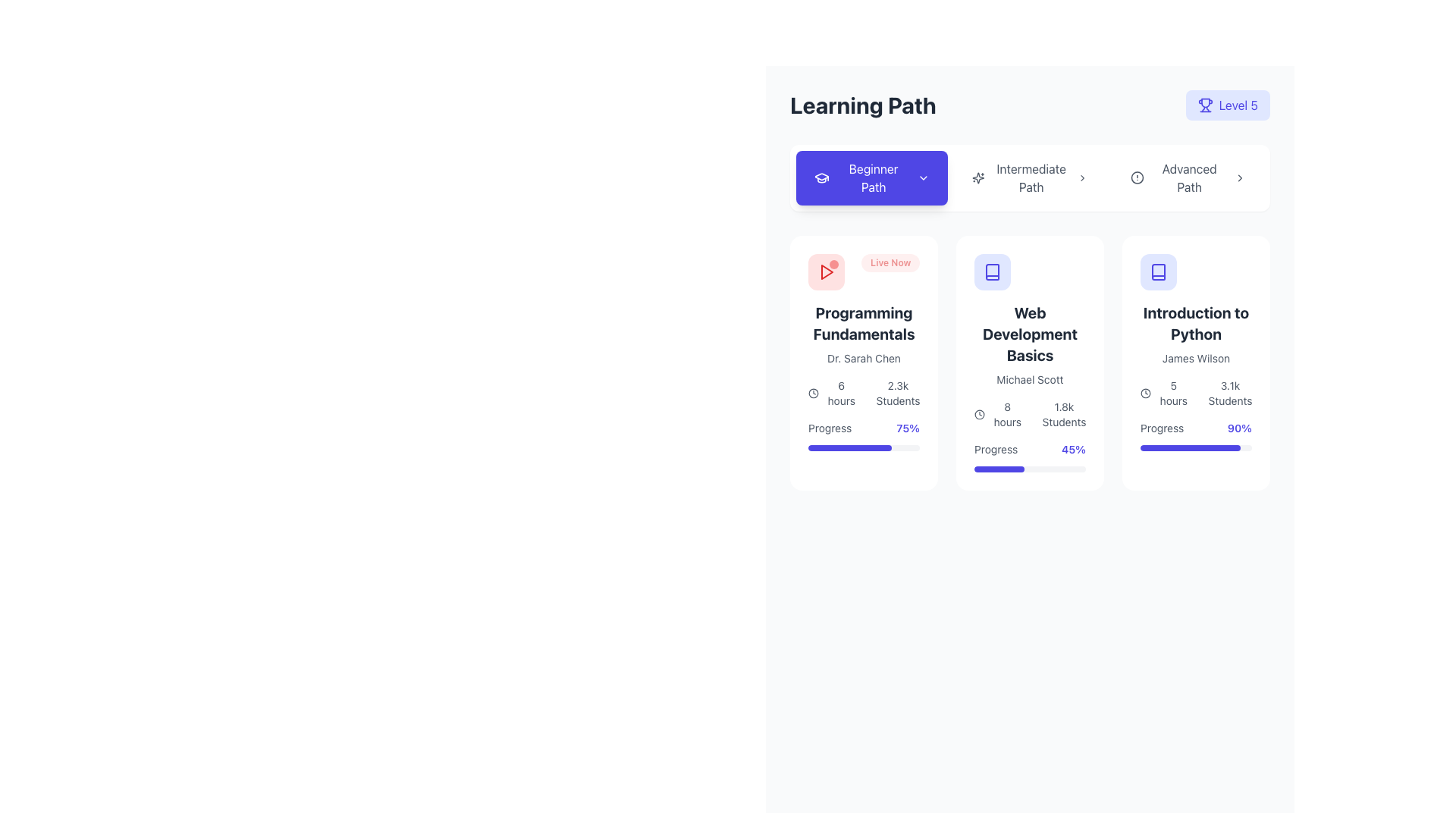  I want to click on the text label displaying '1.8k Students', which is located below '8 hours' in the card labeled 'Web Development Basics', so click(1060, 415).